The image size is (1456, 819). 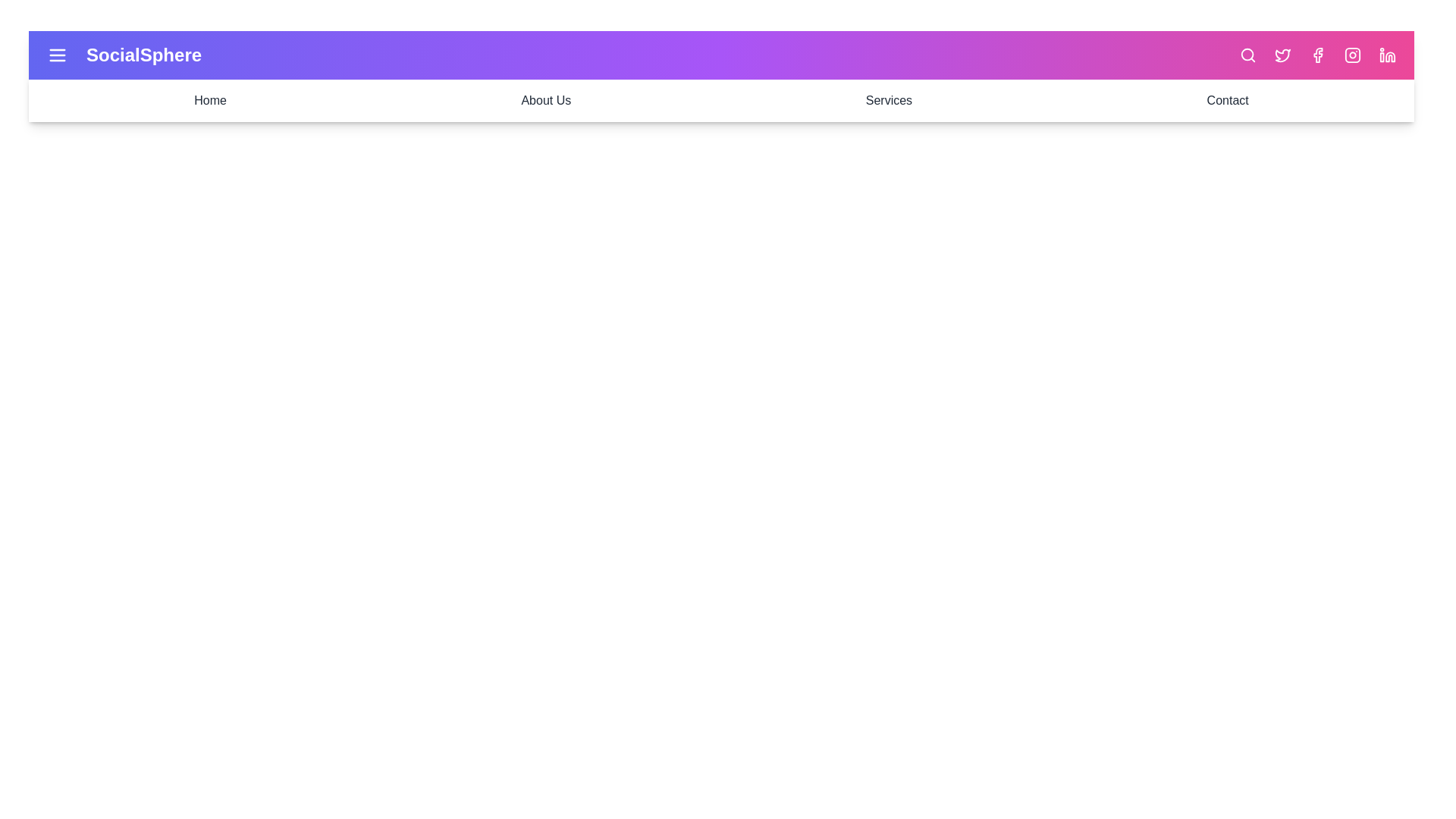 What do you see at coordinates (58, 55) in the screenshot?
I see `the menu icon to toggle the menu visibility` at bounding box center [58, 55].